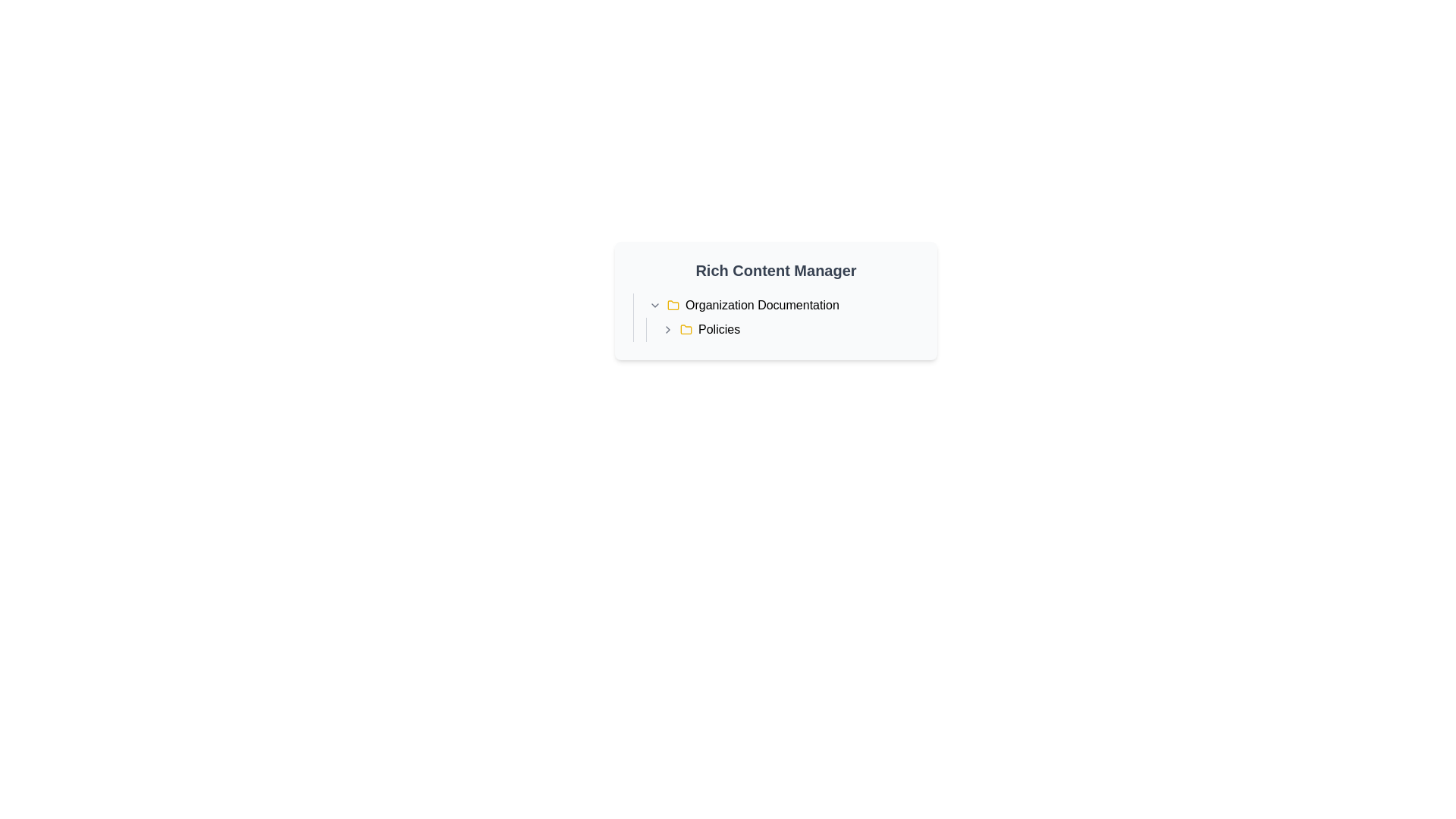  Describe the element at coordinates (783, 329) in the screenshot. I see `the navigational menu item titled 'Policies'` at that location.